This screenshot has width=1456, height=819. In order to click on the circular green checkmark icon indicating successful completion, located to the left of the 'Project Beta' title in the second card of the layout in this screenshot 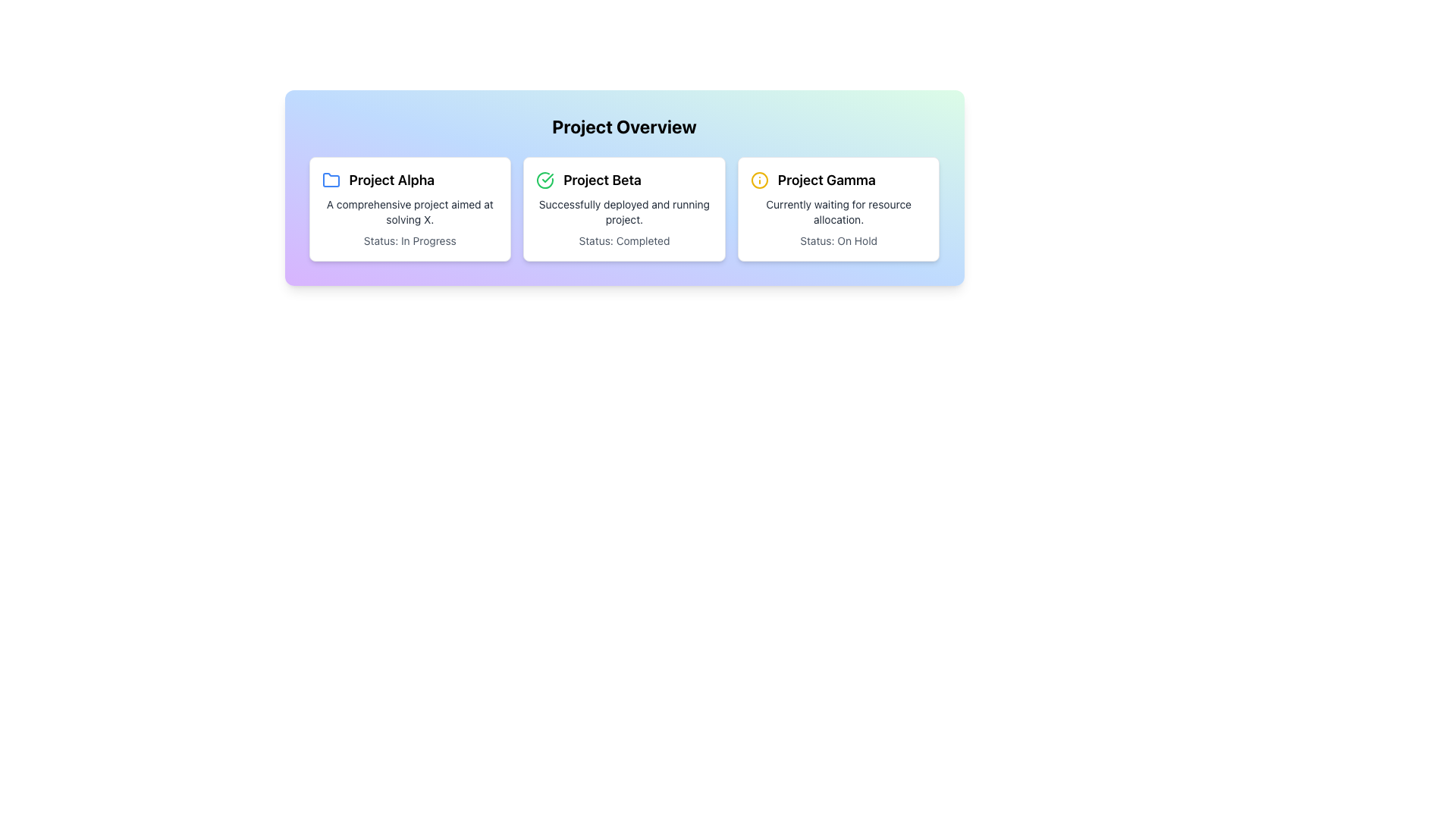, I will do `click(545, 180)`.